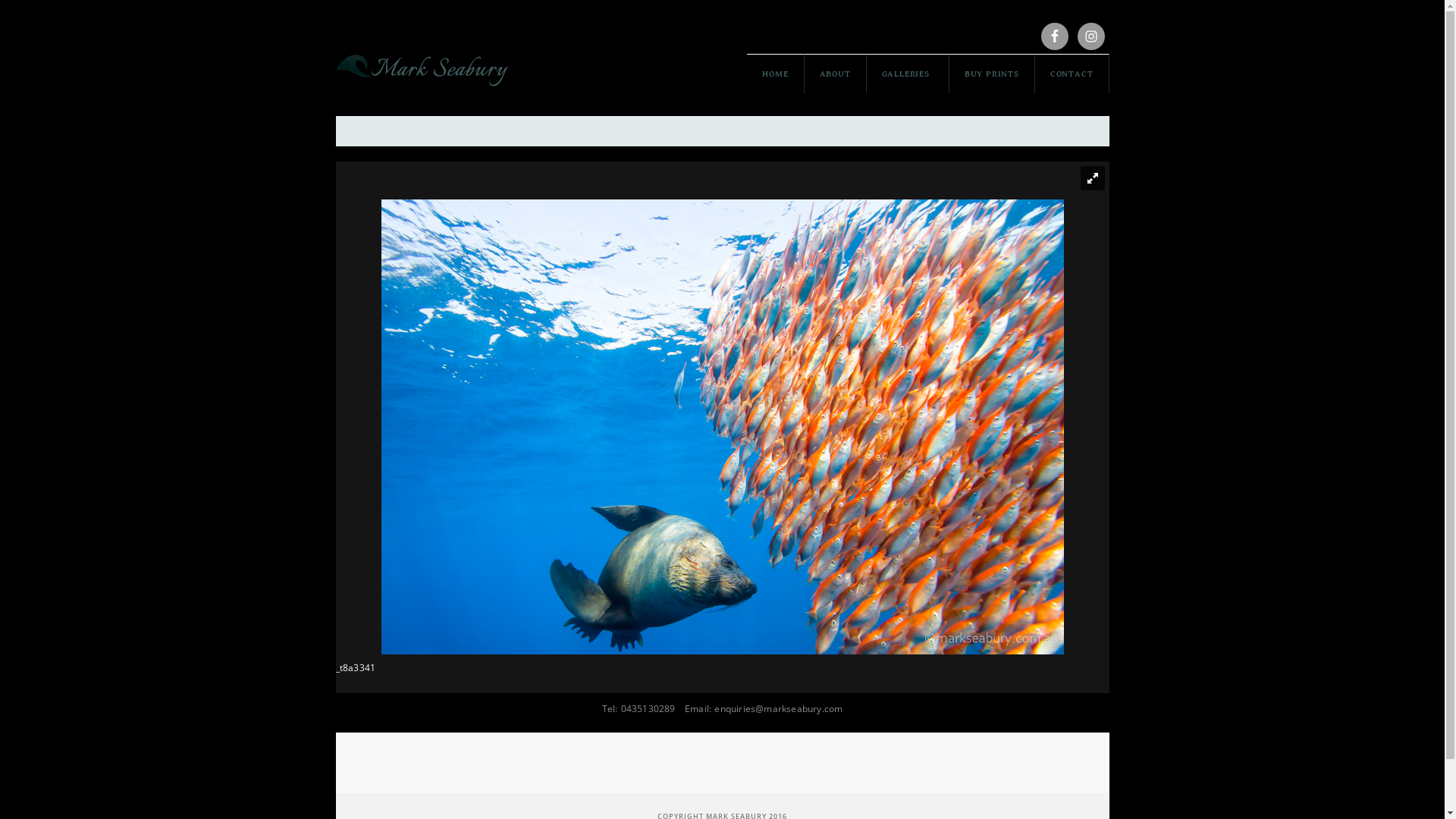 Image resolution: width=1456 pixels, height=819 pixels. I want to click on 'CONTACT', so click(1072, 73).